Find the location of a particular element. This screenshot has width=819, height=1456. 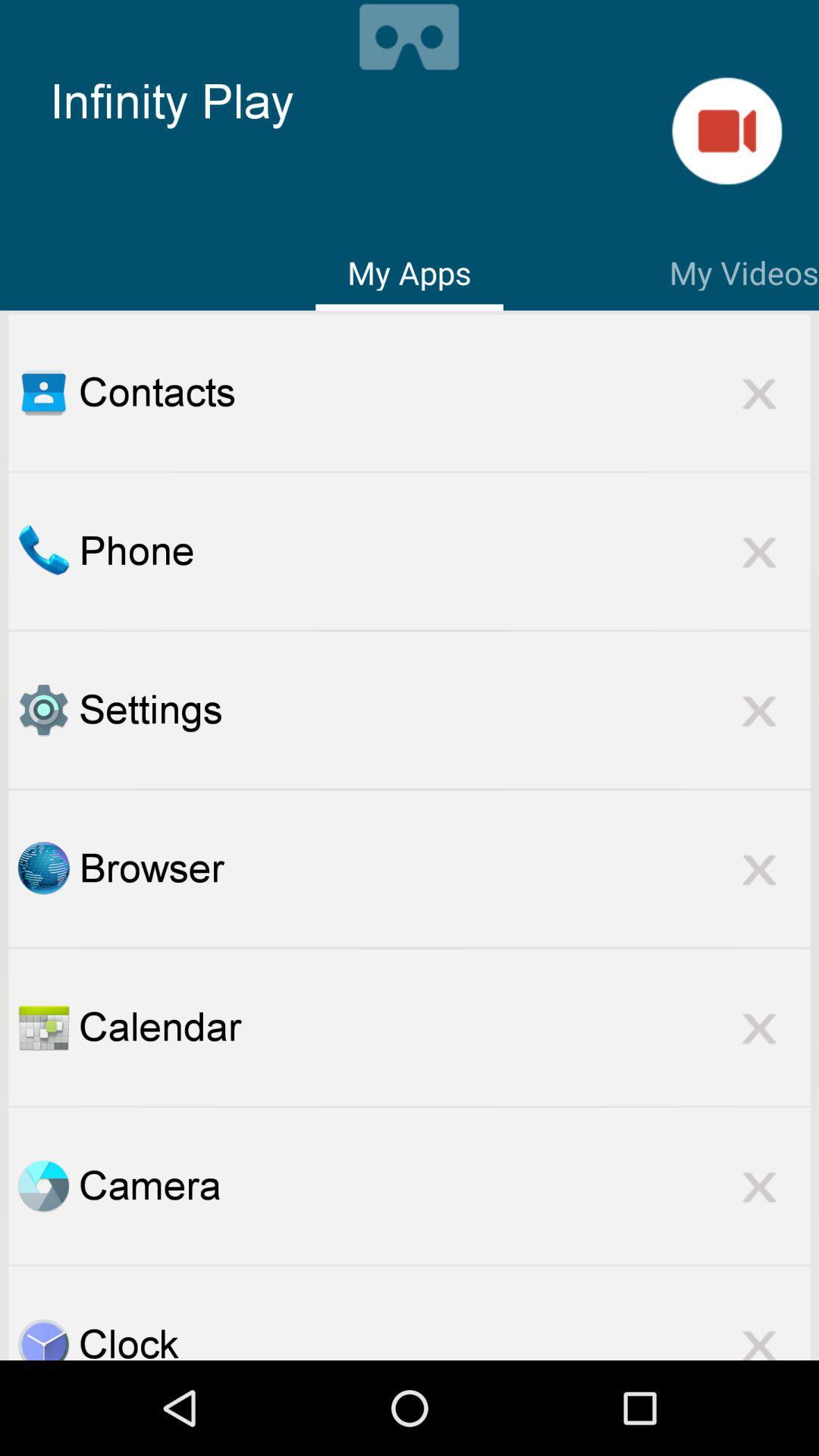

manage clock is located at coordinates (42, 1338).